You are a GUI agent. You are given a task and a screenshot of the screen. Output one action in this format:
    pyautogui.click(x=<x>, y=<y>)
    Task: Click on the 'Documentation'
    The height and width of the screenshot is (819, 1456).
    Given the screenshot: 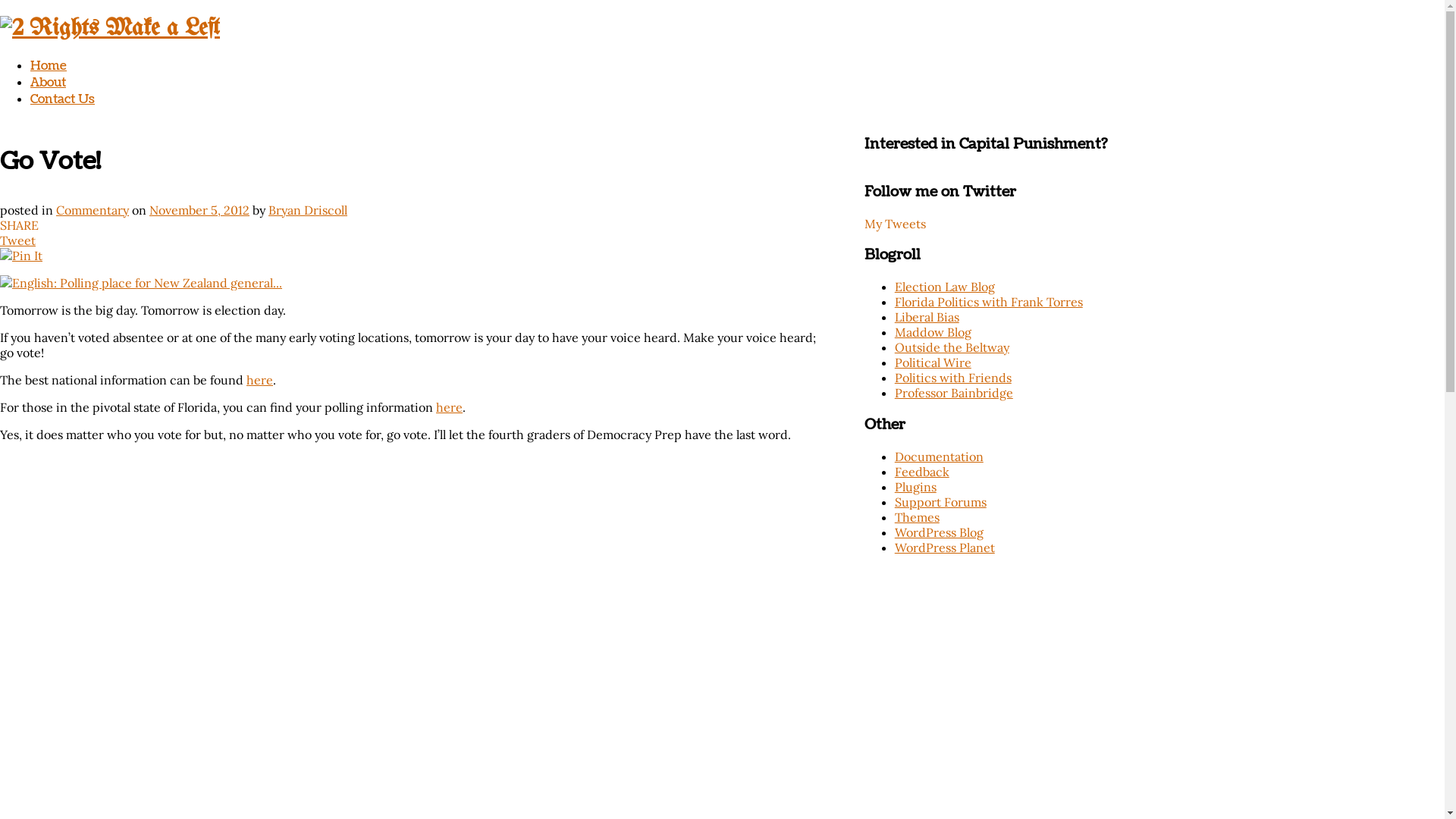 What is the action you would take?
    pyautogui.click(x=938, y=455)
    